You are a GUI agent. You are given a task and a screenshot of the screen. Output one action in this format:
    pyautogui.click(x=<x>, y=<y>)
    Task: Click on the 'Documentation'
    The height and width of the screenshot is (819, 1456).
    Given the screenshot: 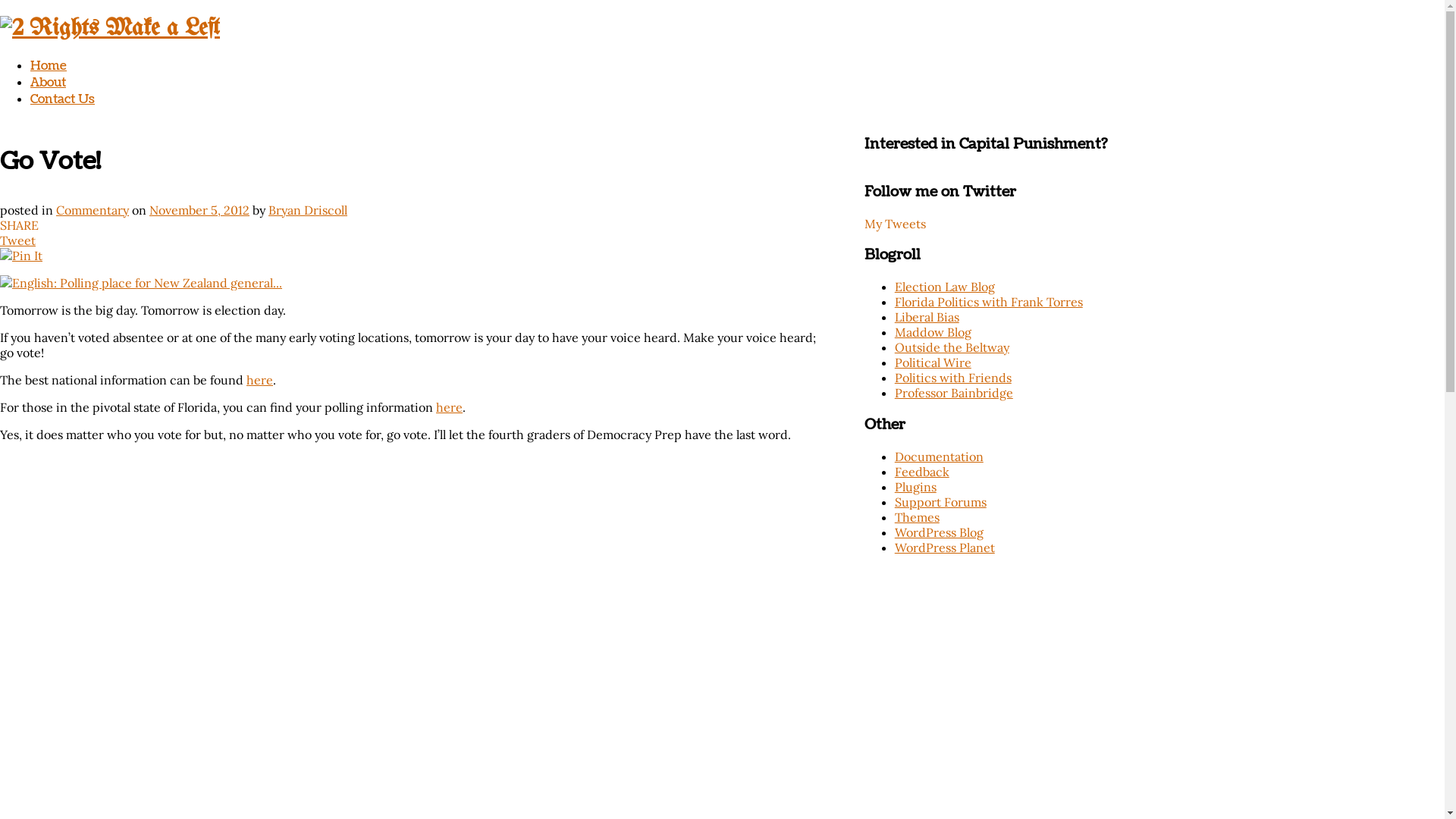 What is the action you would take?
    pyautogui.click(x=938, y=455)
    